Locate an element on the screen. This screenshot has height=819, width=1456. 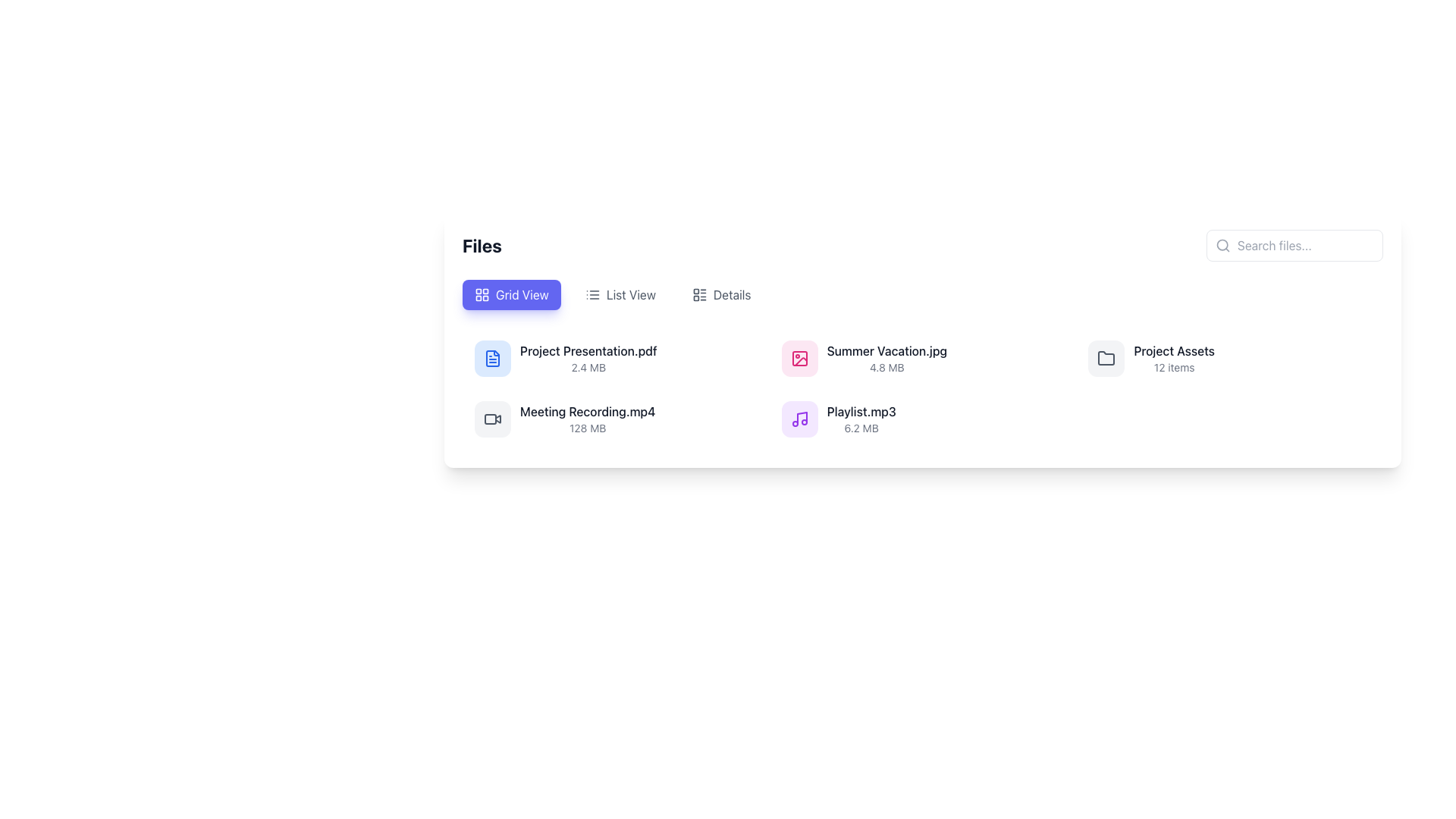
the 'List View' button, which is the second button in a horizontal row of three options, featuring an icon of three horizontal lines and gray text is located at coordinates (620, 295).